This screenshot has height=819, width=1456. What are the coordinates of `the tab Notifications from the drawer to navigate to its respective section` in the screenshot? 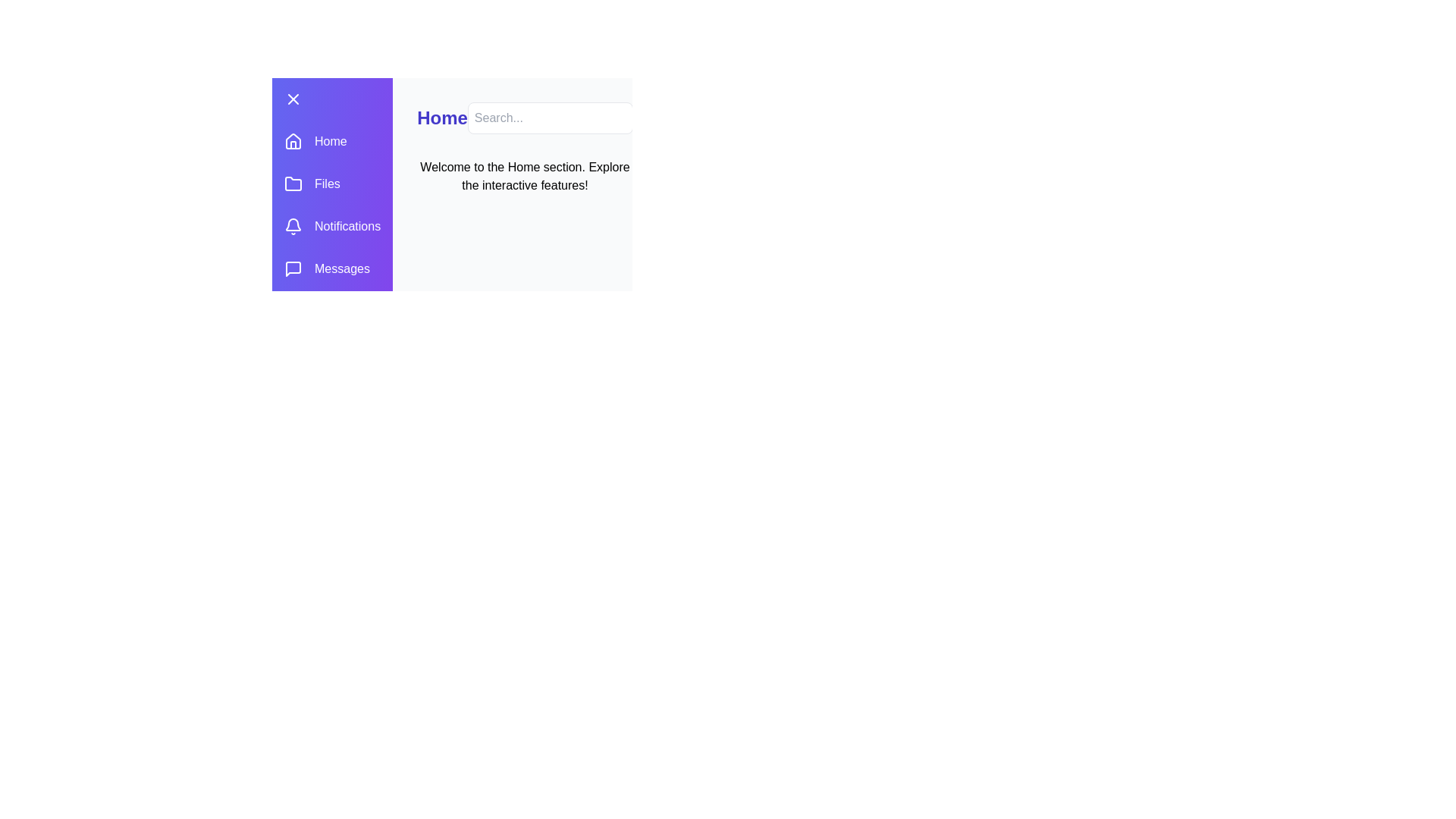 It's located at (331, 227).